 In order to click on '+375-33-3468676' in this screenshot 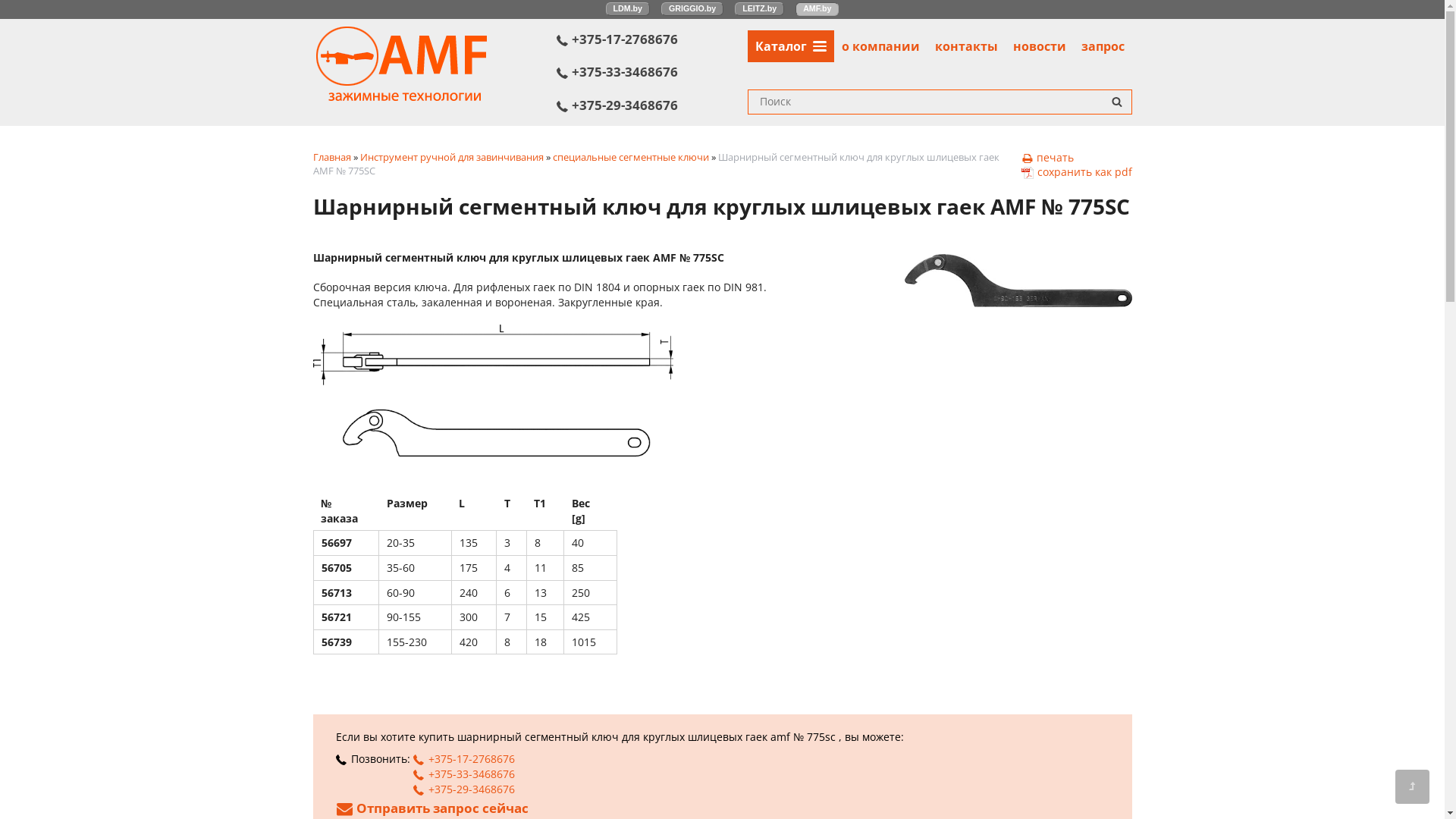, I will do `click(462, 773)`.